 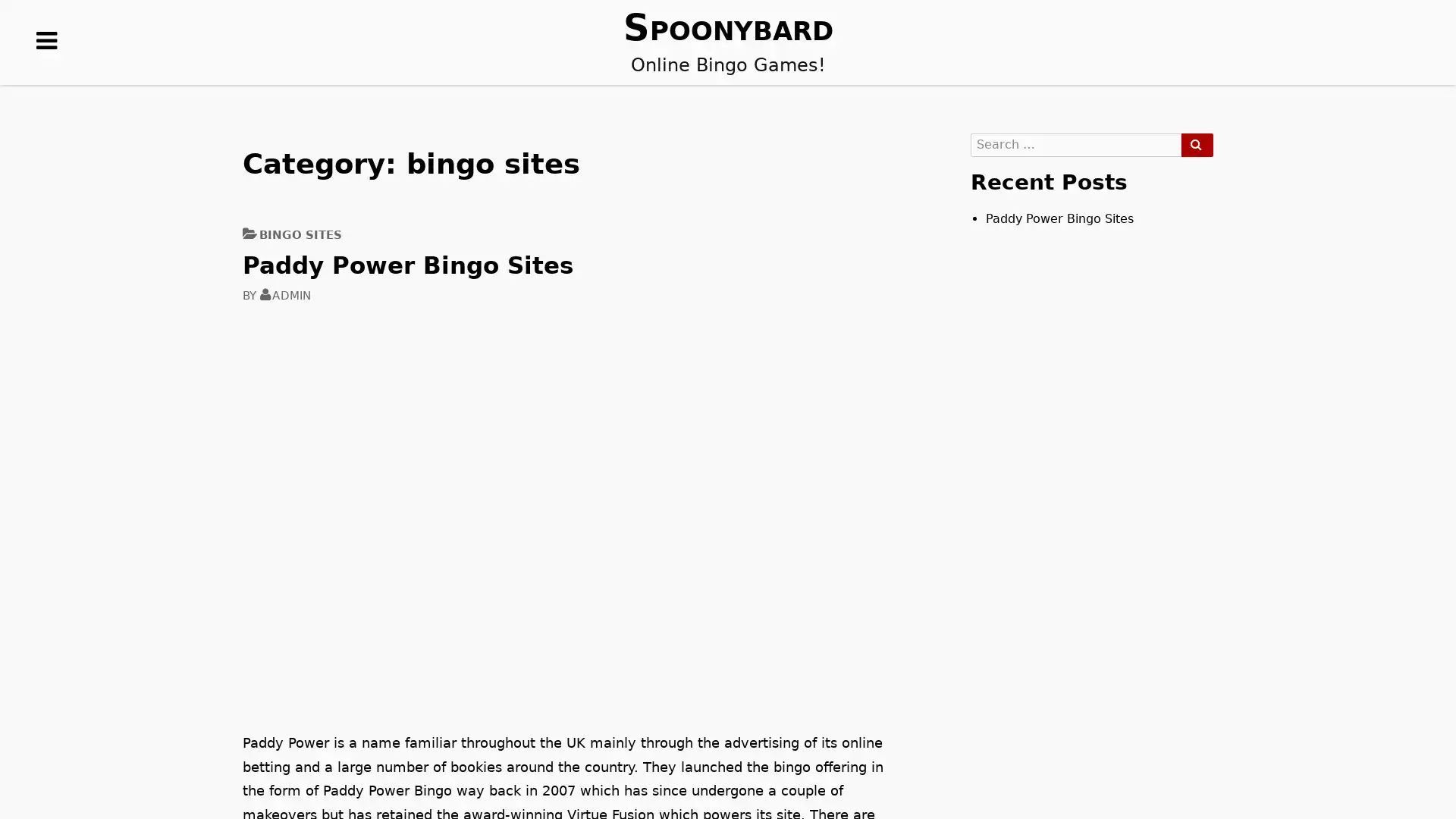 What do you see at coordinates (47, 64) in the screenshot?
I see `MENUS` at bounding box center [47, 64].